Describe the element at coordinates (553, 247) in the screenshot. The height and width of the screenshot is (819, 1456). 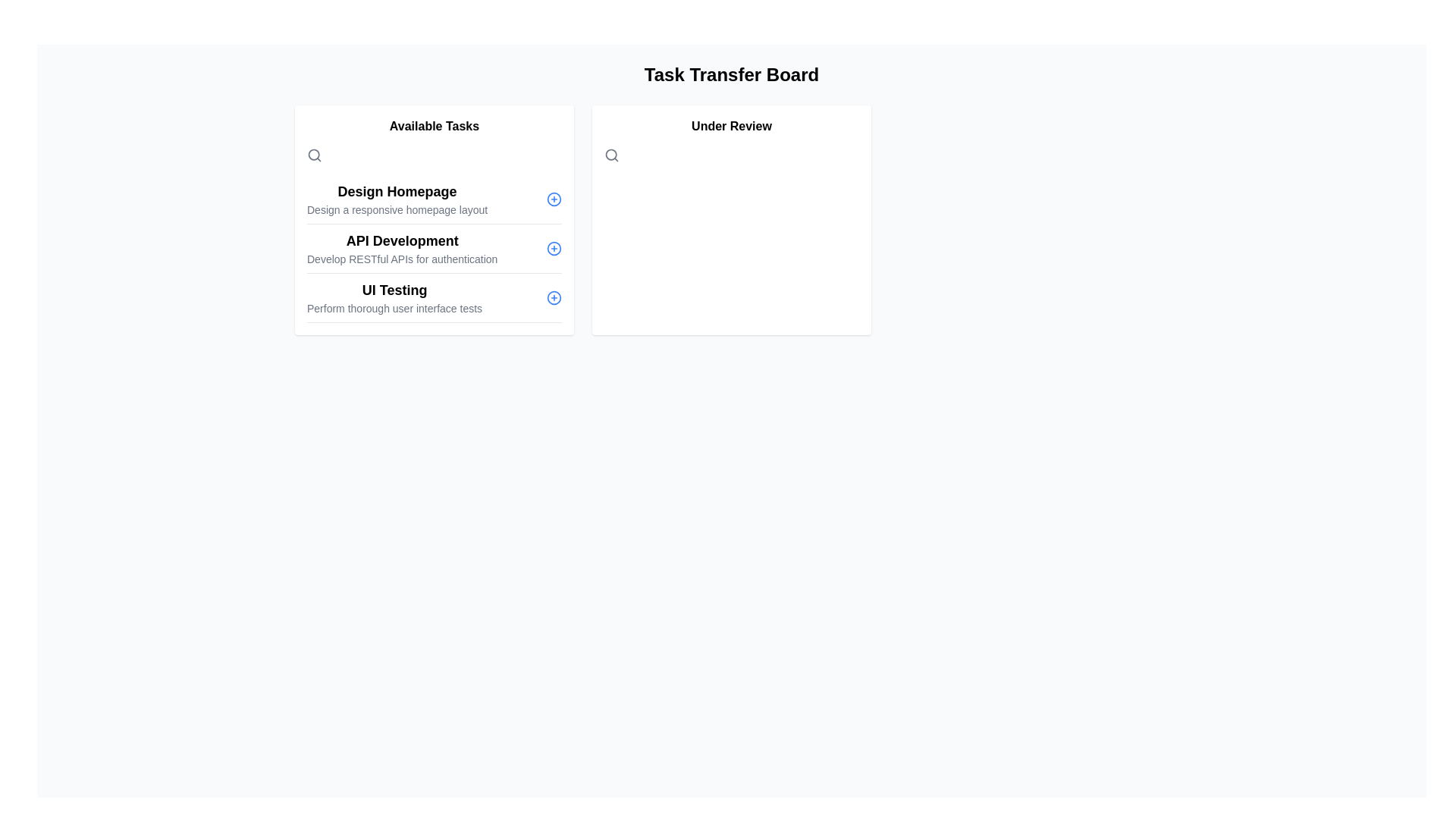
I see `the second plus icon in the 'Available Tasks' section next to the 'API Development' task item` at that location.